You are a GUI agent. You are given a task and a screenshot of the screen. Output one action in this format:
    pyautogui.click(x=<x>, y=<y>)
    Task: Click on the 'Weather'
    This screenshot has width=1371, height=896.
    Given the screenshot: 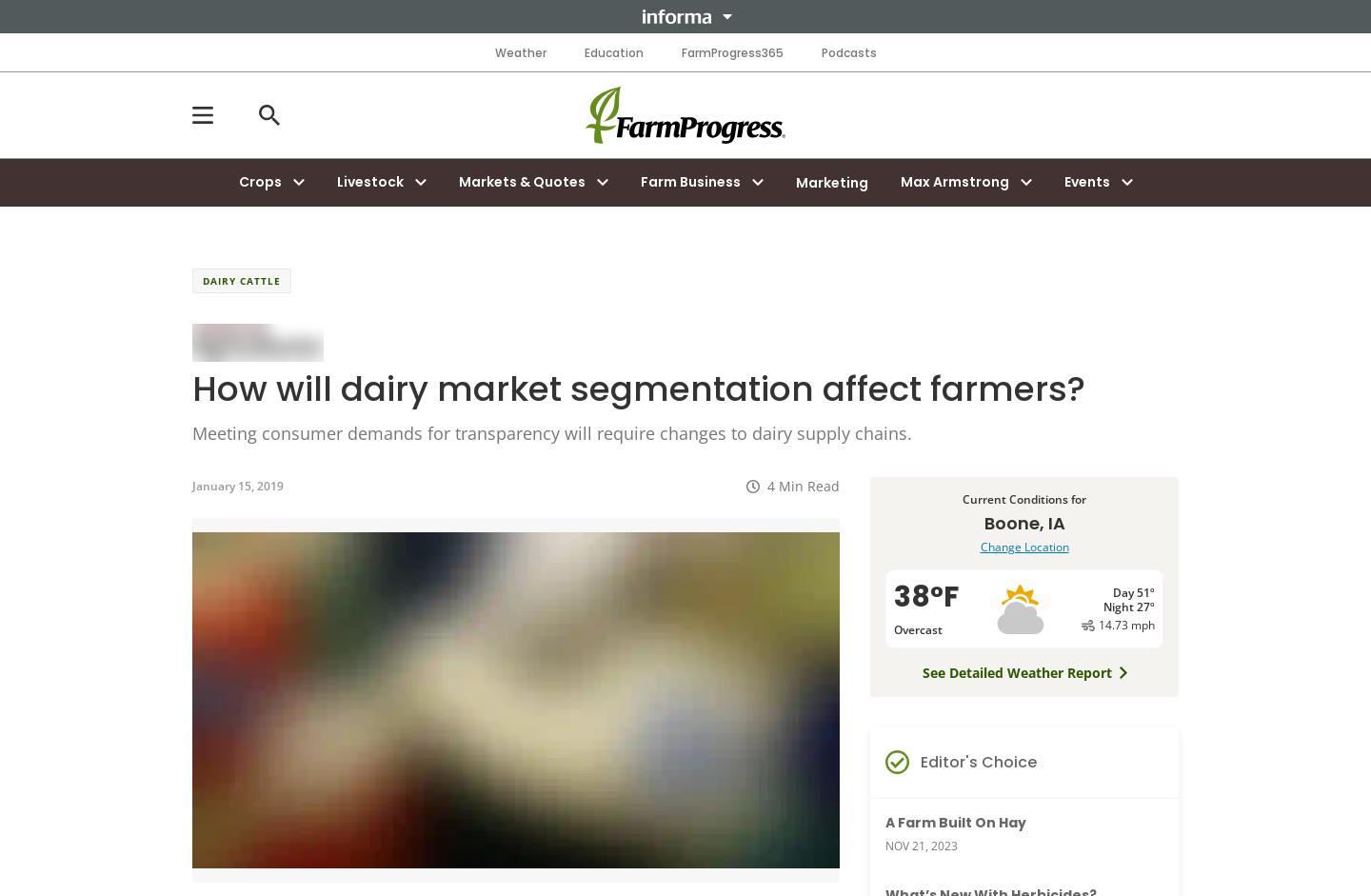 What is the action you would take?
    pyautogui.click(x=520, y=51)
    